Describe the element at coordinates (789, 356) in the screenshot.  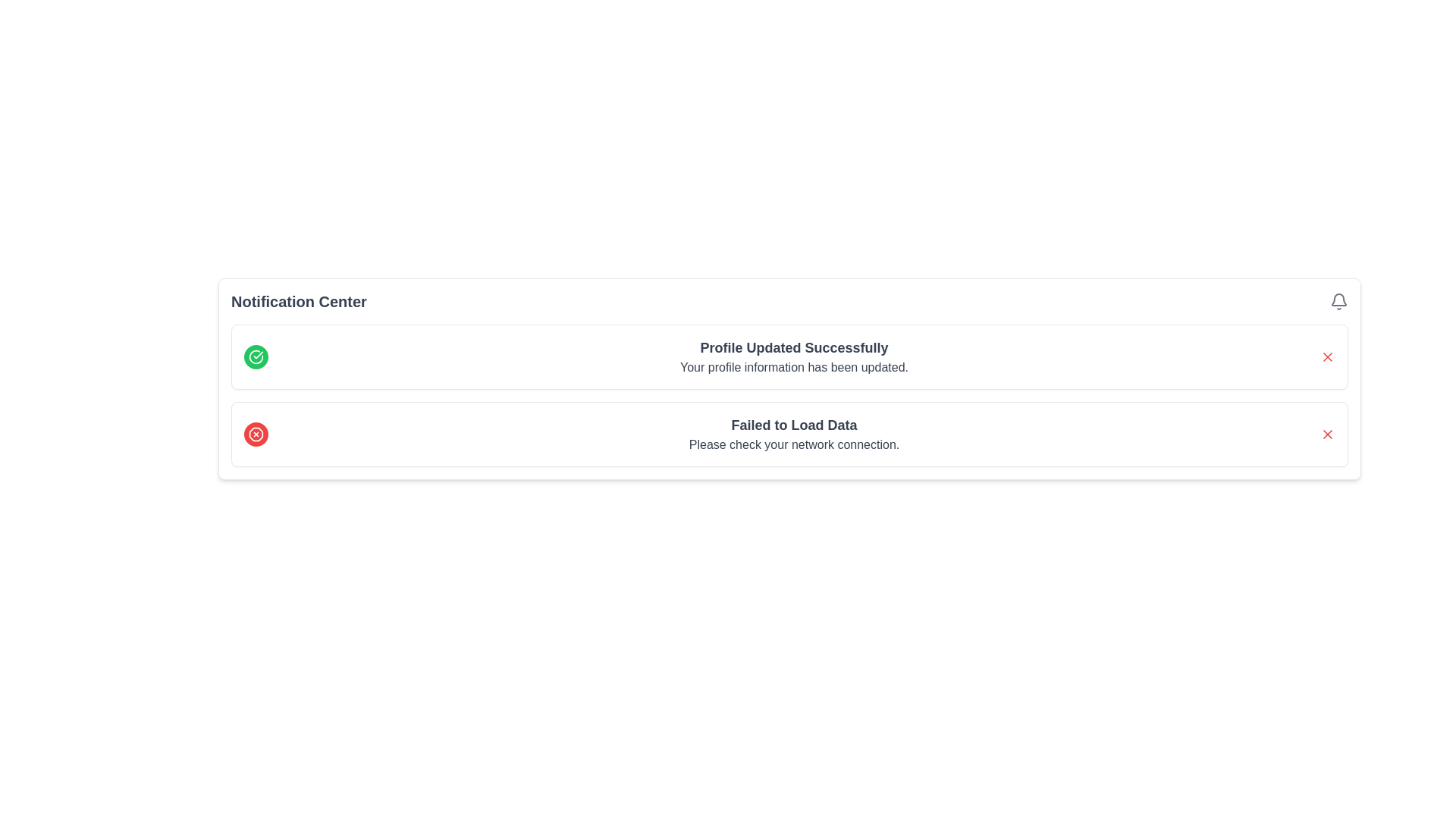
I see `notification displayed in the first notification card that informs the user of a successful profile update, located above the 'Failed to Load Data' entry` at that location.